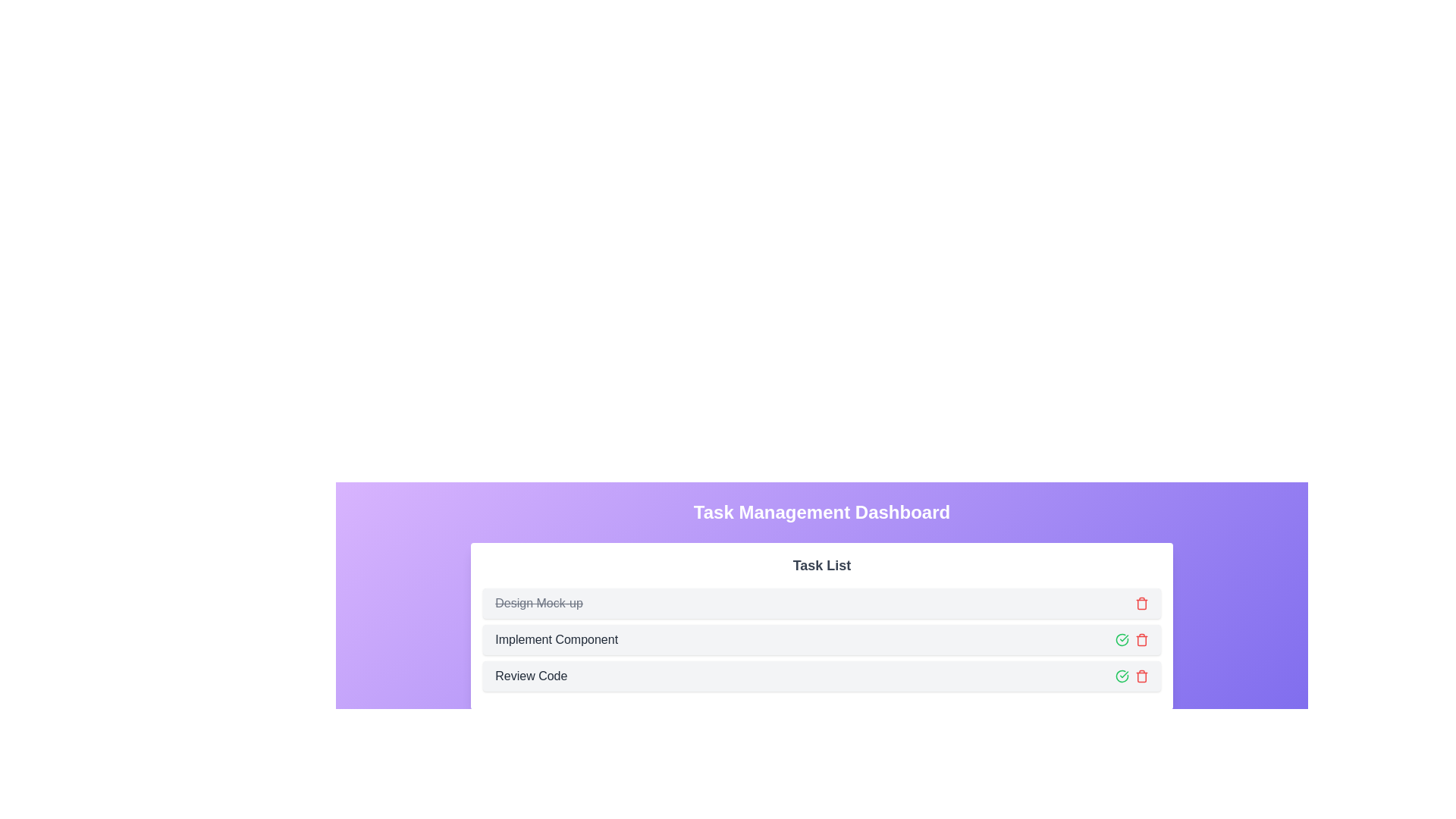 This screenshot has height=819, width=1456. What do you see at coordinates (821, 565) in the screenshot?
I see `the header text labeled 'Task List', which is styled in bold and slightly larger font, gray in color, and positioned at the top of the task details panel` at bounding box center [821, 565].